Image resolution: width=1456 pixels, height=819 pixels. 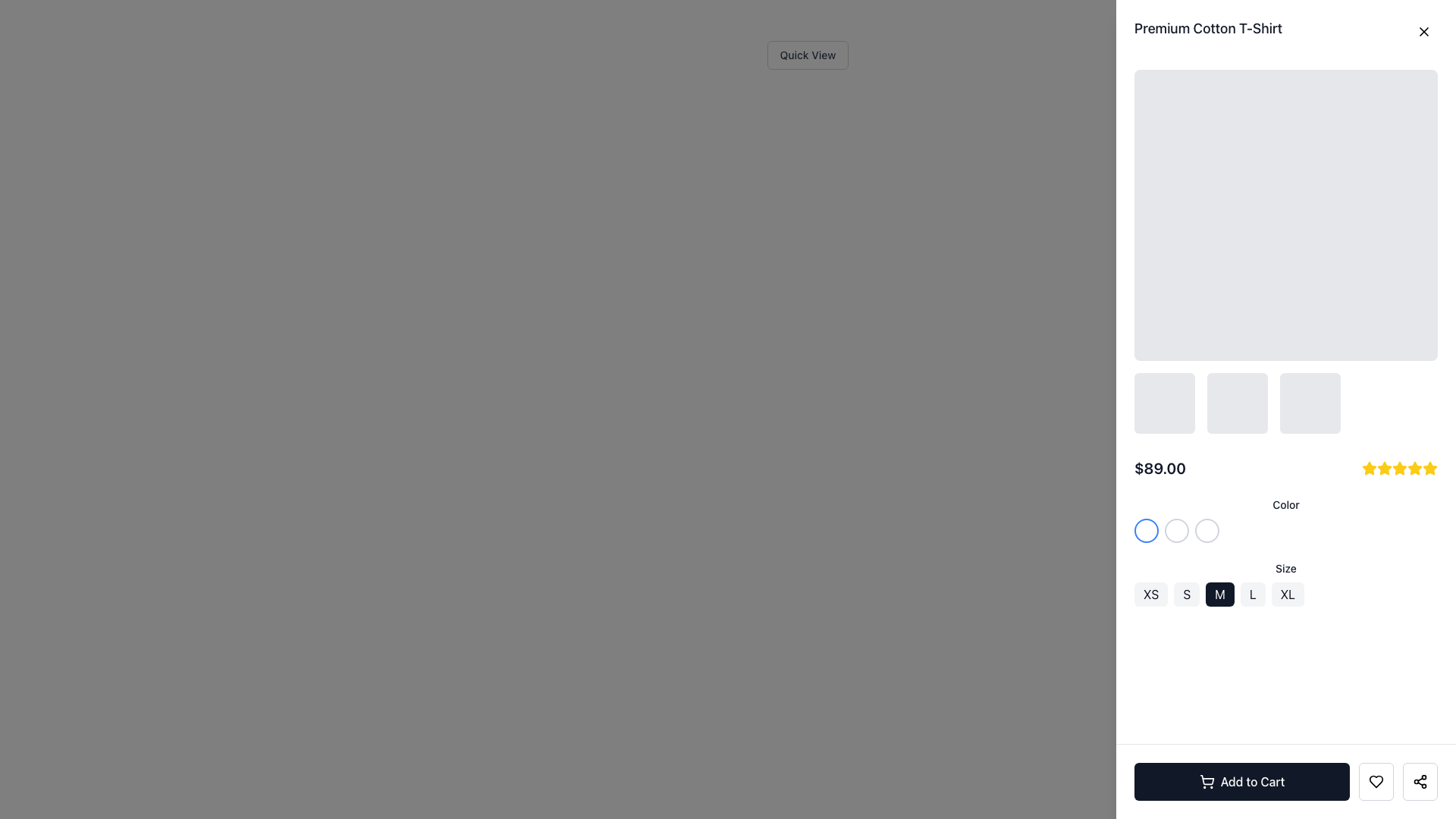 What do you see at coordinates (1285, 215) in the screenshot?
I see `the light gray square image placeholder with rounded corners located in the top right panel of the interface` at bounding box center [1285, 215].